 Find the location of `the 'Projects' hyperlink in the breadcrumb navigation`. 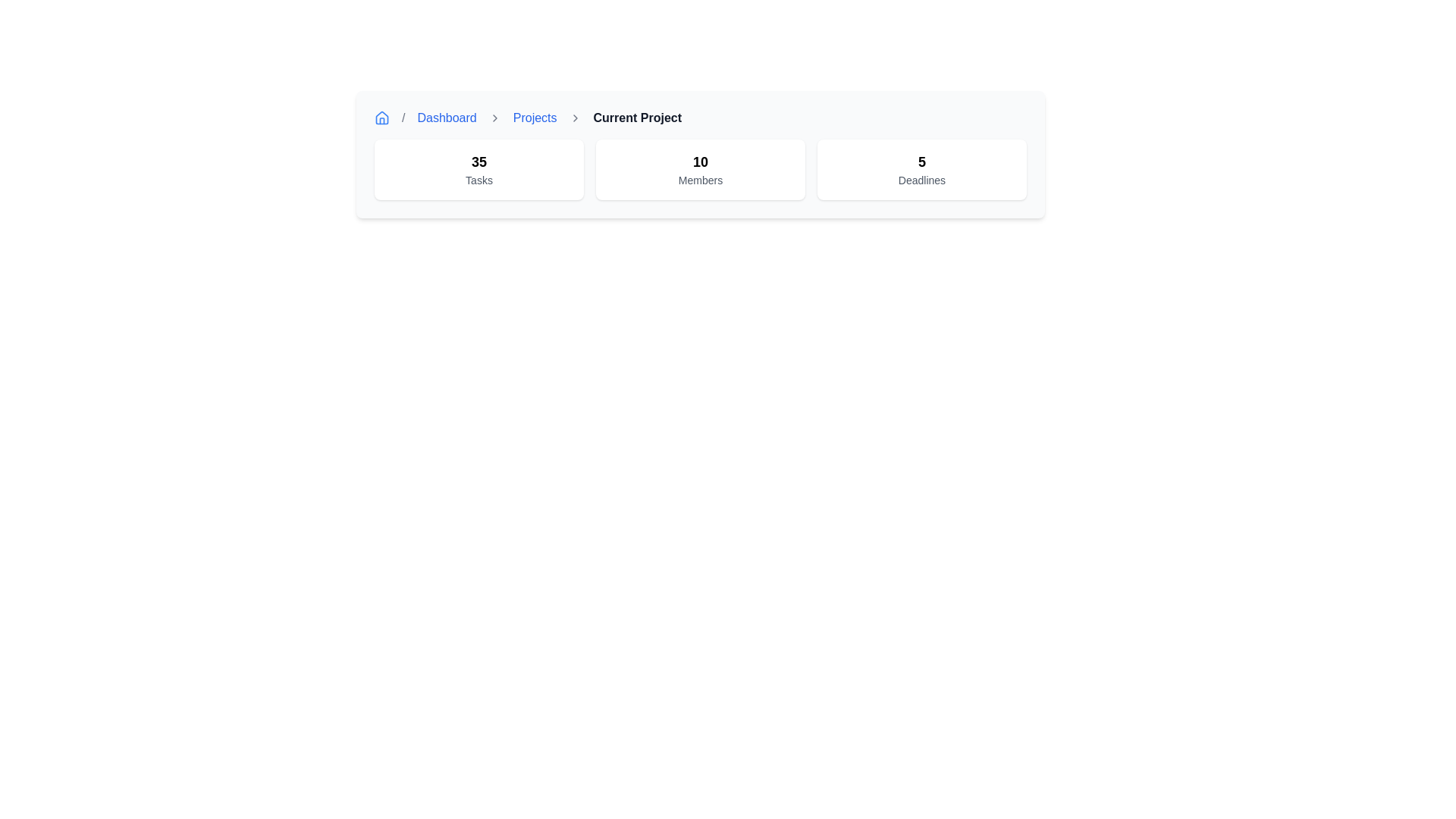

the 'Projects' hyperlink in the breadcrumb navigation is located at coordinates (535, 117).